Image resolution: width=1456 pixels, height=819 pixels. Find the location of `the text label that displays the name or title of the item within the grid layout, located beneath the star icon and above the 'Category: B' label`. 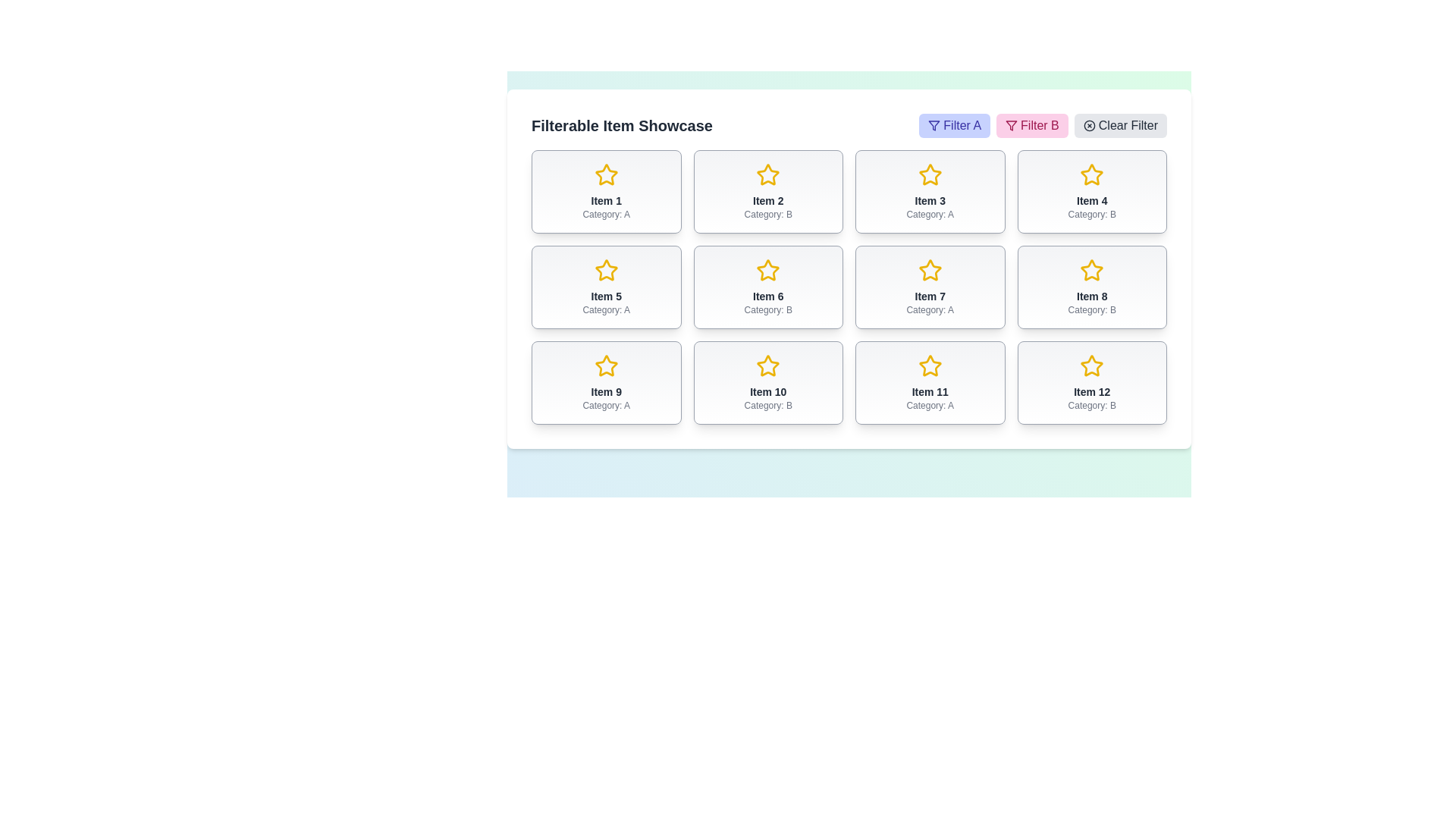

the text label that displays the name or title of the item within the grid layout, located beneath the star icon and above the 'Category: B' label is located at coordinates (768, 296).